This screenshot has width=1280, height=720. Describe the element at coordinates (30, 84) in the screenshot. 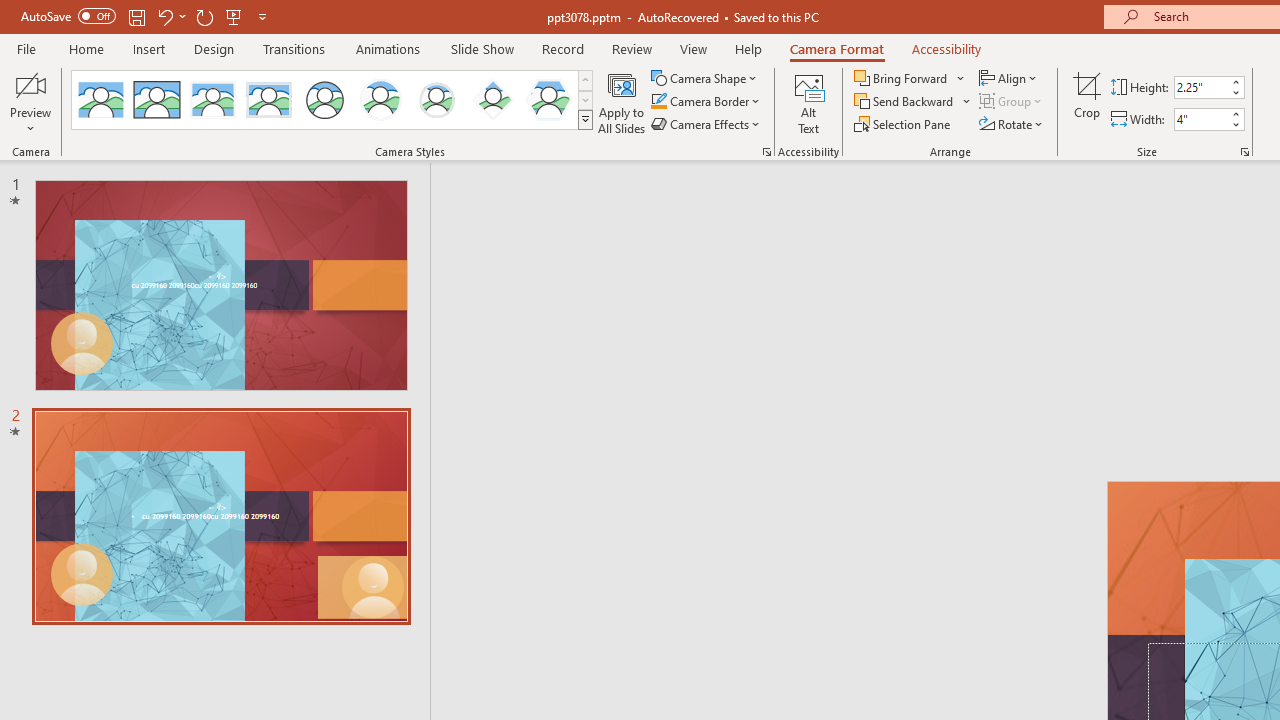

I see `'Enable Camera Preview'` at that location.